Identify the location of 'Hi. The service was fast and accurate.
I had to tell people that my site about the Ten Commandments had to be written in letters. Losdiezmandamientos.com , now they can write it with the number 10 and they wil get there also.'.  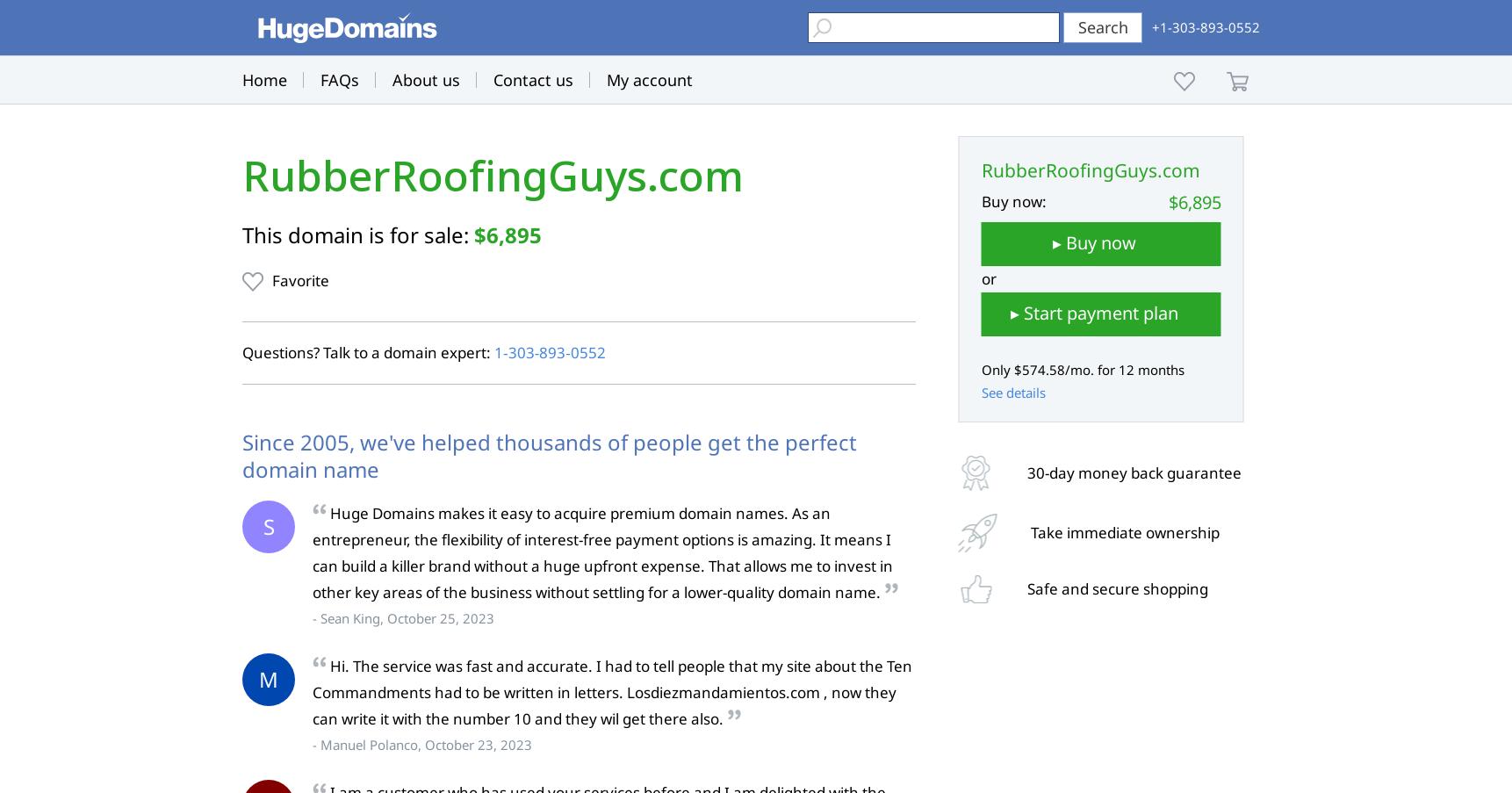
(311, 690).